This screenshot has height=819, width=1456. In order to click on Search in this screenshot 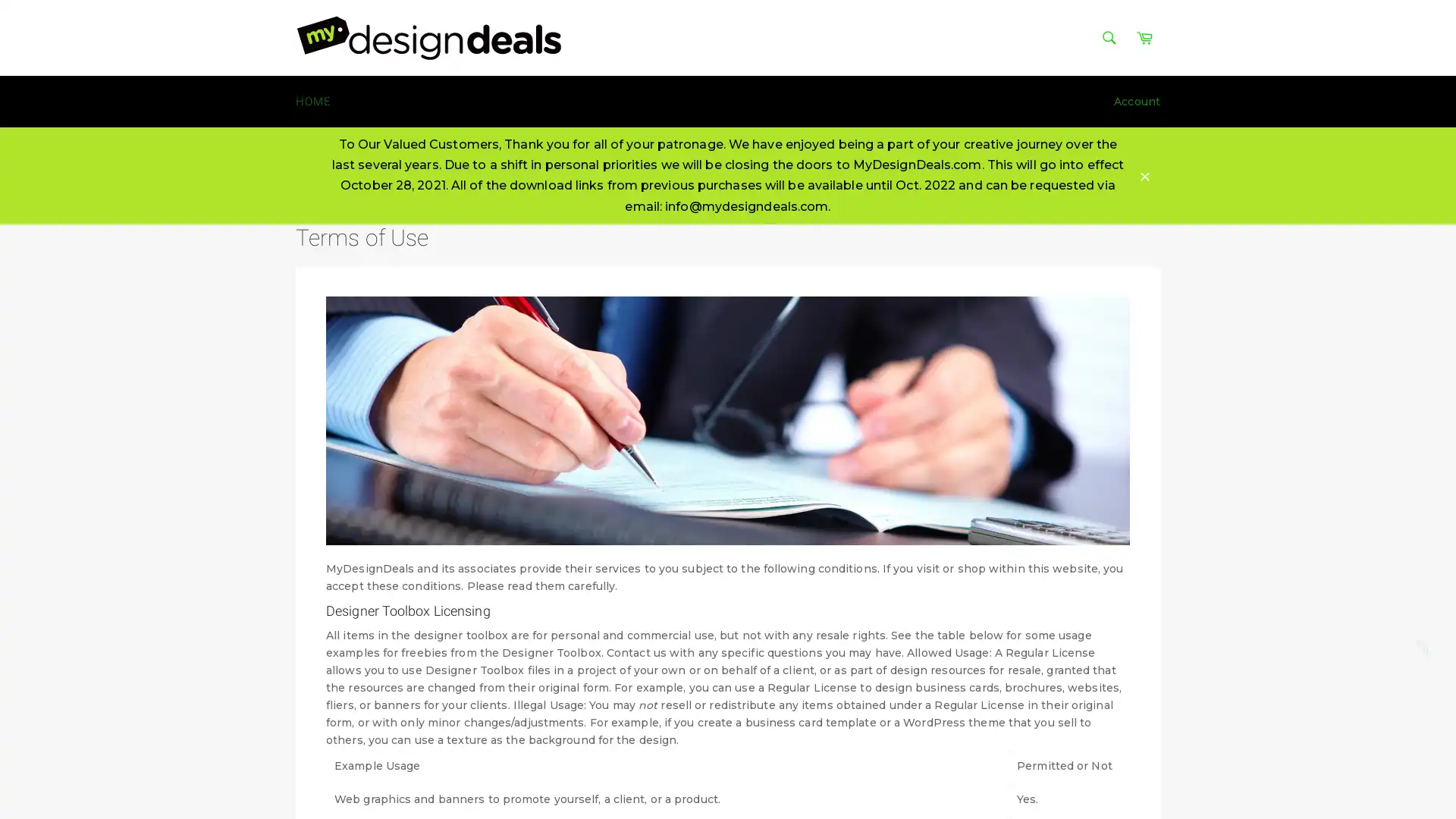, I will do `click(1109, 37)`.